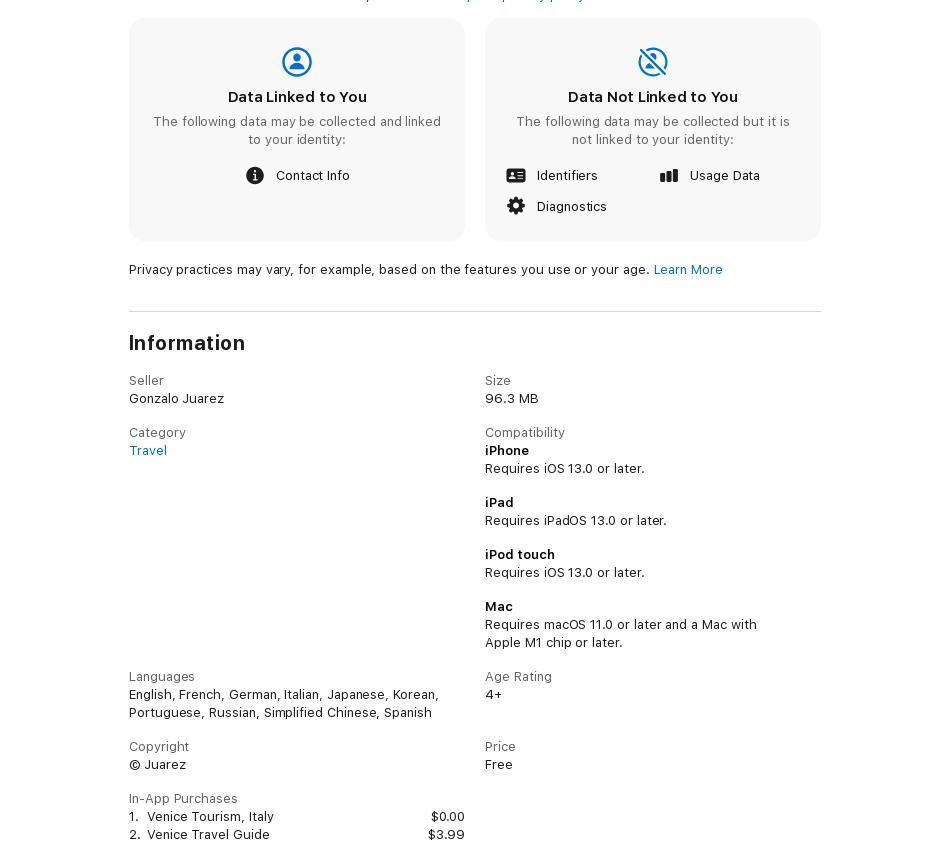  I want to click on 'iPhone', so click(506, 448).